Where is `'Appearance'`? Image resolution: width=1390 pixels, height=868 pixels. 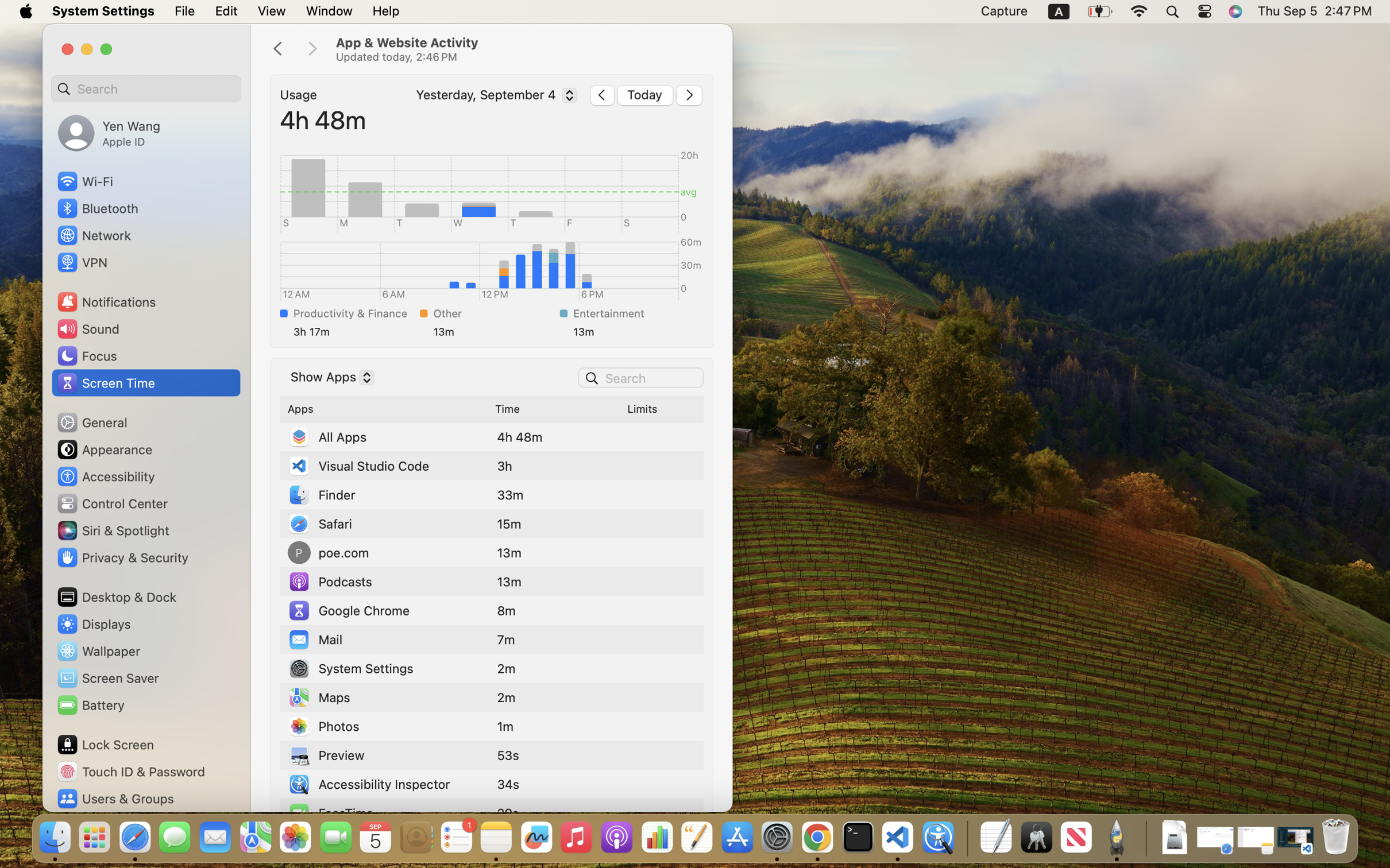 'Appearance' is located at coordinates (104, 449).